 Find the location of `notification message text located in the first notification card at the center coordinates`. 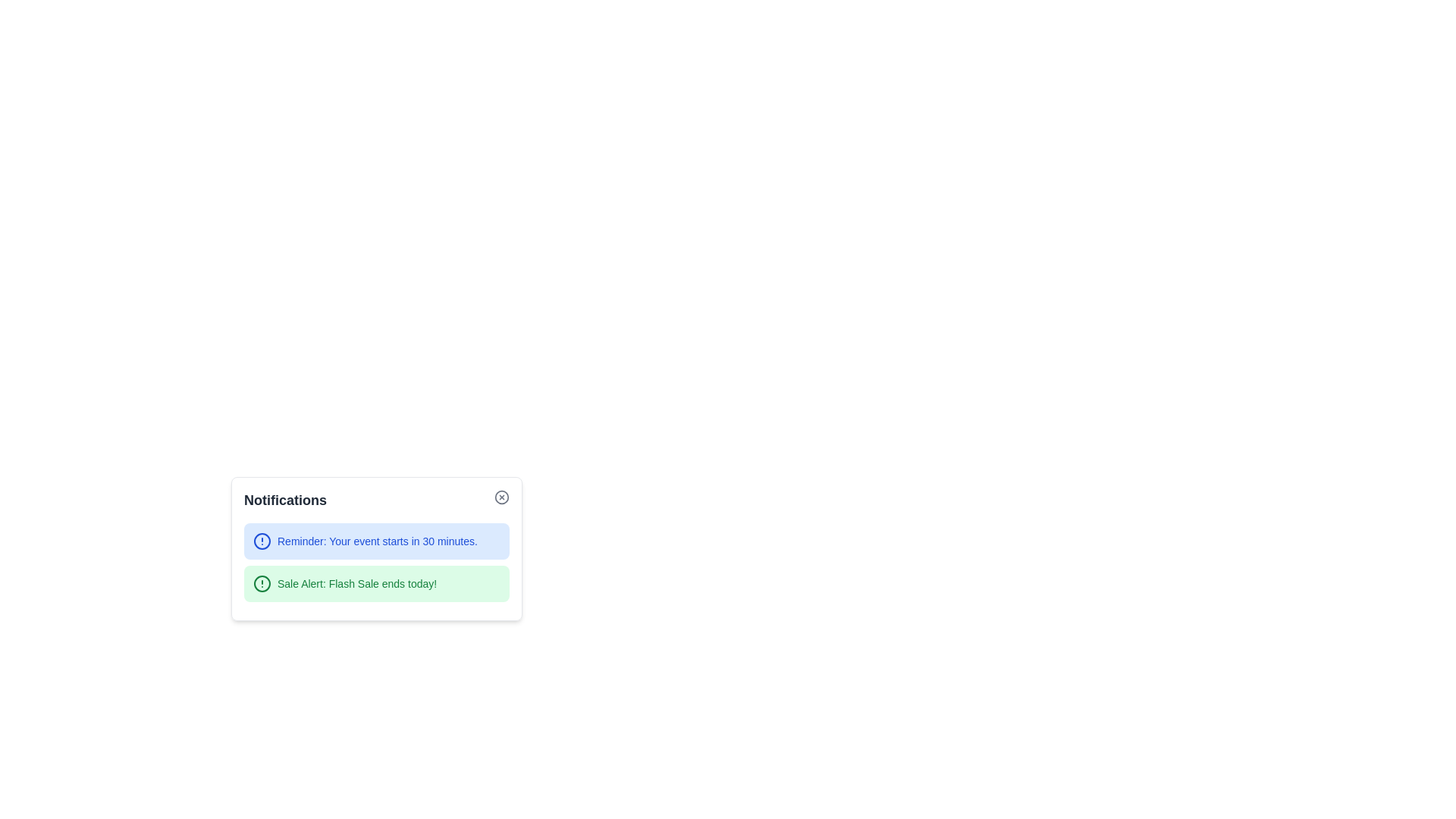

notification message text located in the first notification card at the center coordinates is located at coordinates (377, 540).